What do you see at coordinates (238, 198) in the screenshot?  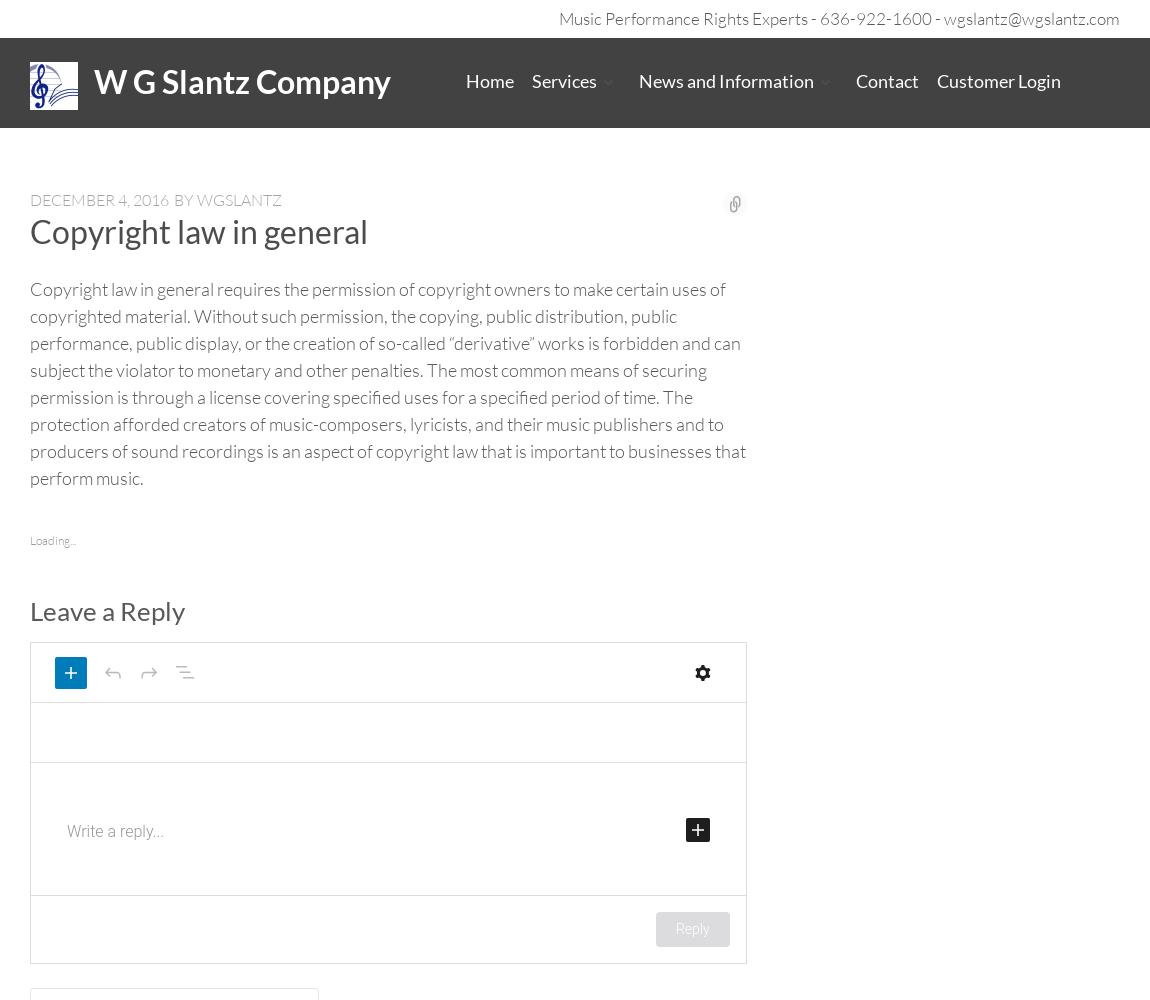 I see `'wgslantz'` at bounding box center [238, 198].